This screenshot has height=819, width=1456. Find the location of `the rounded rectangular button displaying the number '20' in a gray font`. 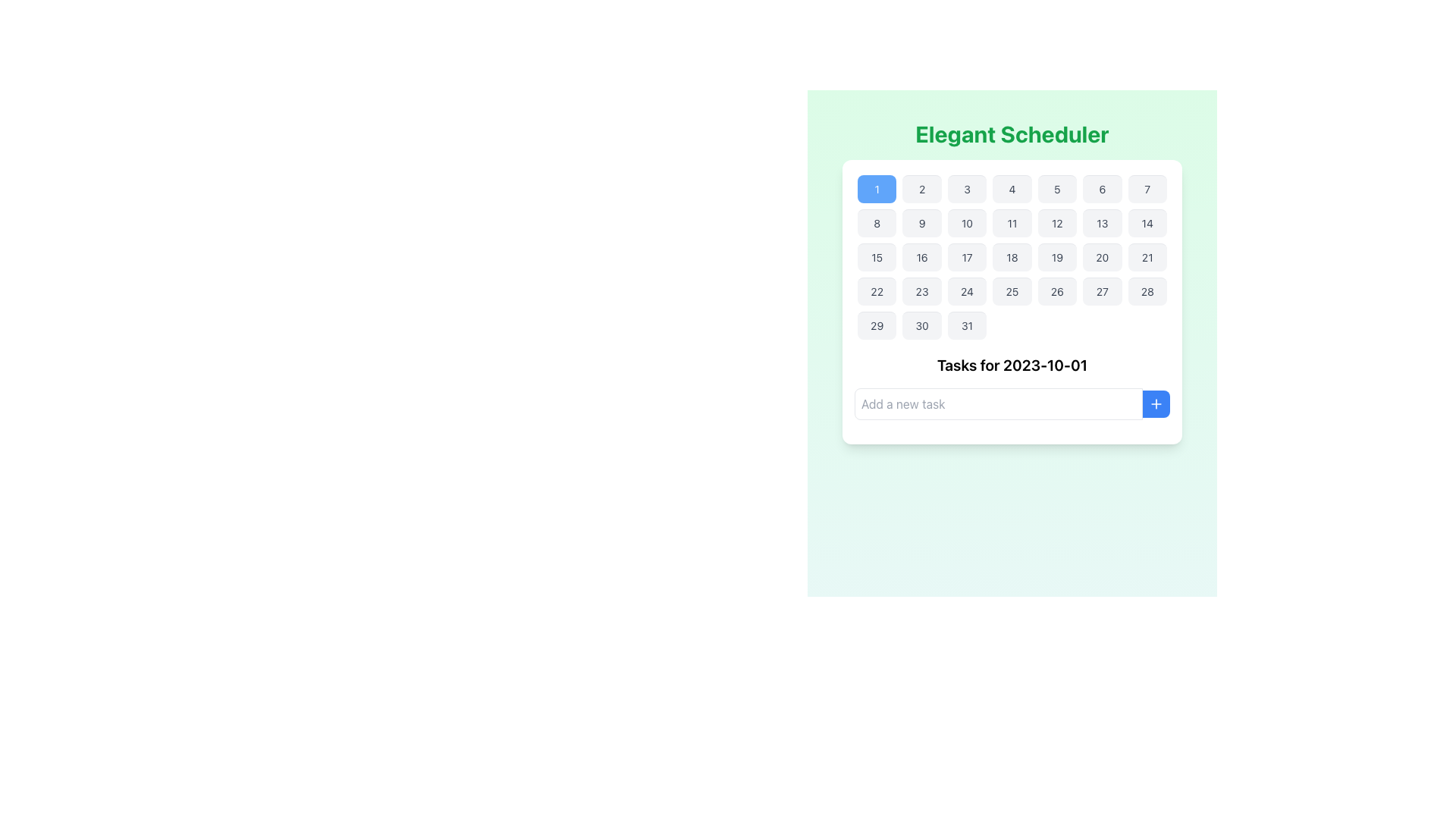

the rounded rectangular button displaying the number '20' in a gray font is located at coordinates (1102, 256).